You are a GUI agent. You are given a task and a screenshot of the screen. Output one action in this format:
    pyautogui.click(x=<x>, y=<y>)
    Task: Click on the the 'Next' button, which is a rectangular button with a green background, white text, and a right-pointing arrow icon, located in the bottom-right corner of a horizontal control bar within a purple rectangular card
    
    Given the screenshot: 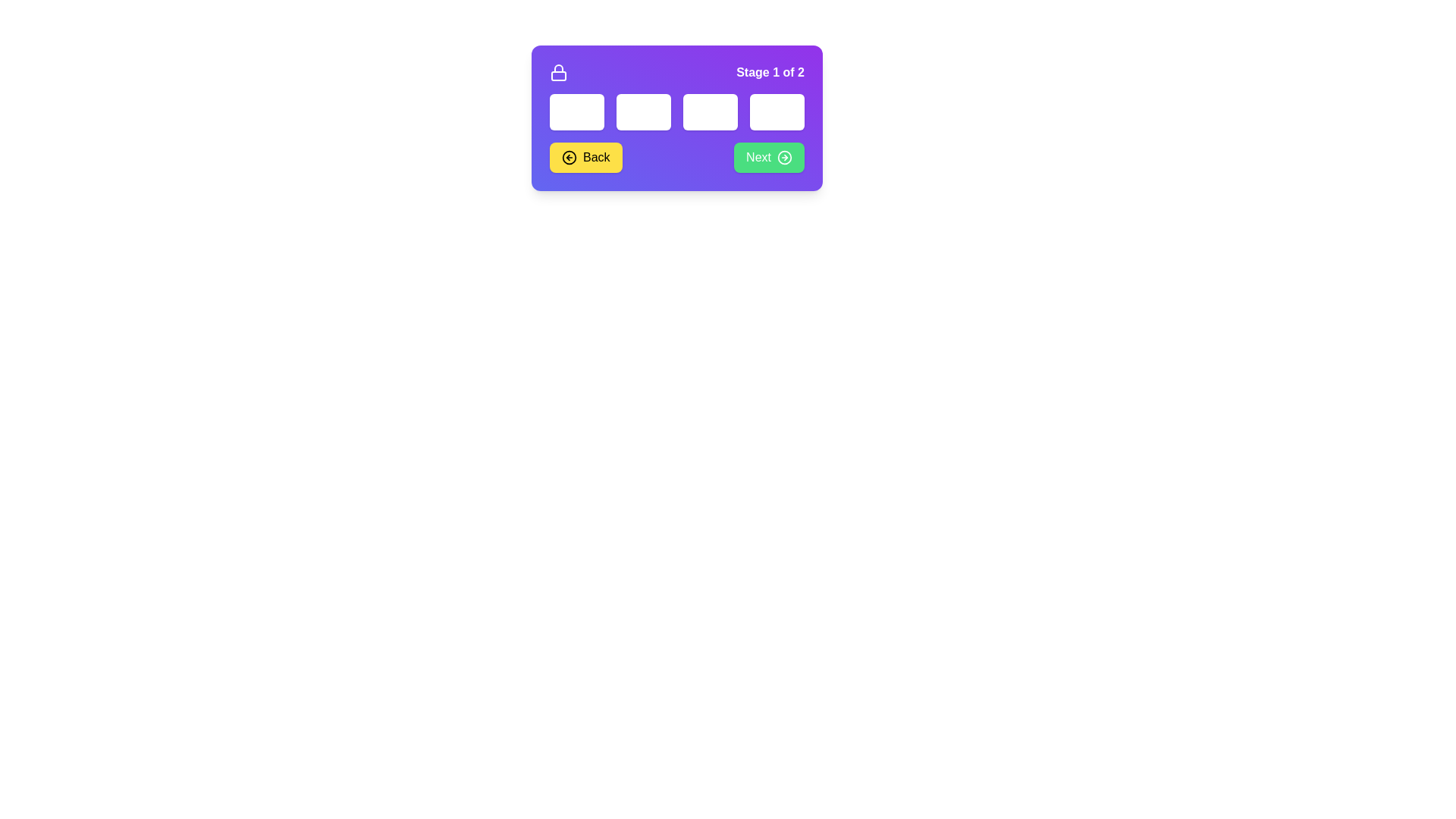 What is the action you would take?
    pyautogui.click(x=769, y=158)
    